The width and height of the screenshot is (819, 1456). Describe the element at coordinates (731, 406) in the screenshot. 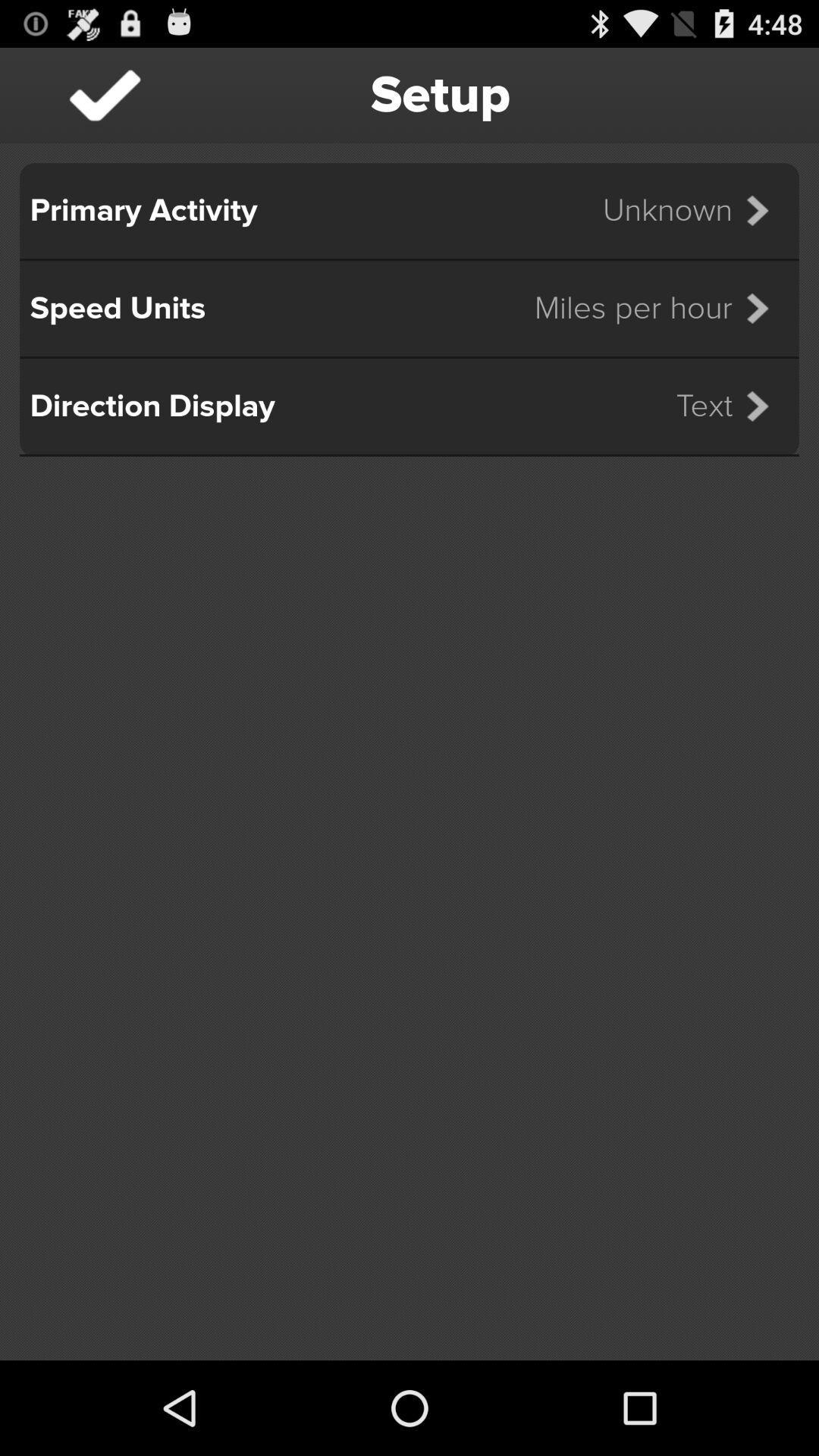

I see `item next to the direction display item` at that location.